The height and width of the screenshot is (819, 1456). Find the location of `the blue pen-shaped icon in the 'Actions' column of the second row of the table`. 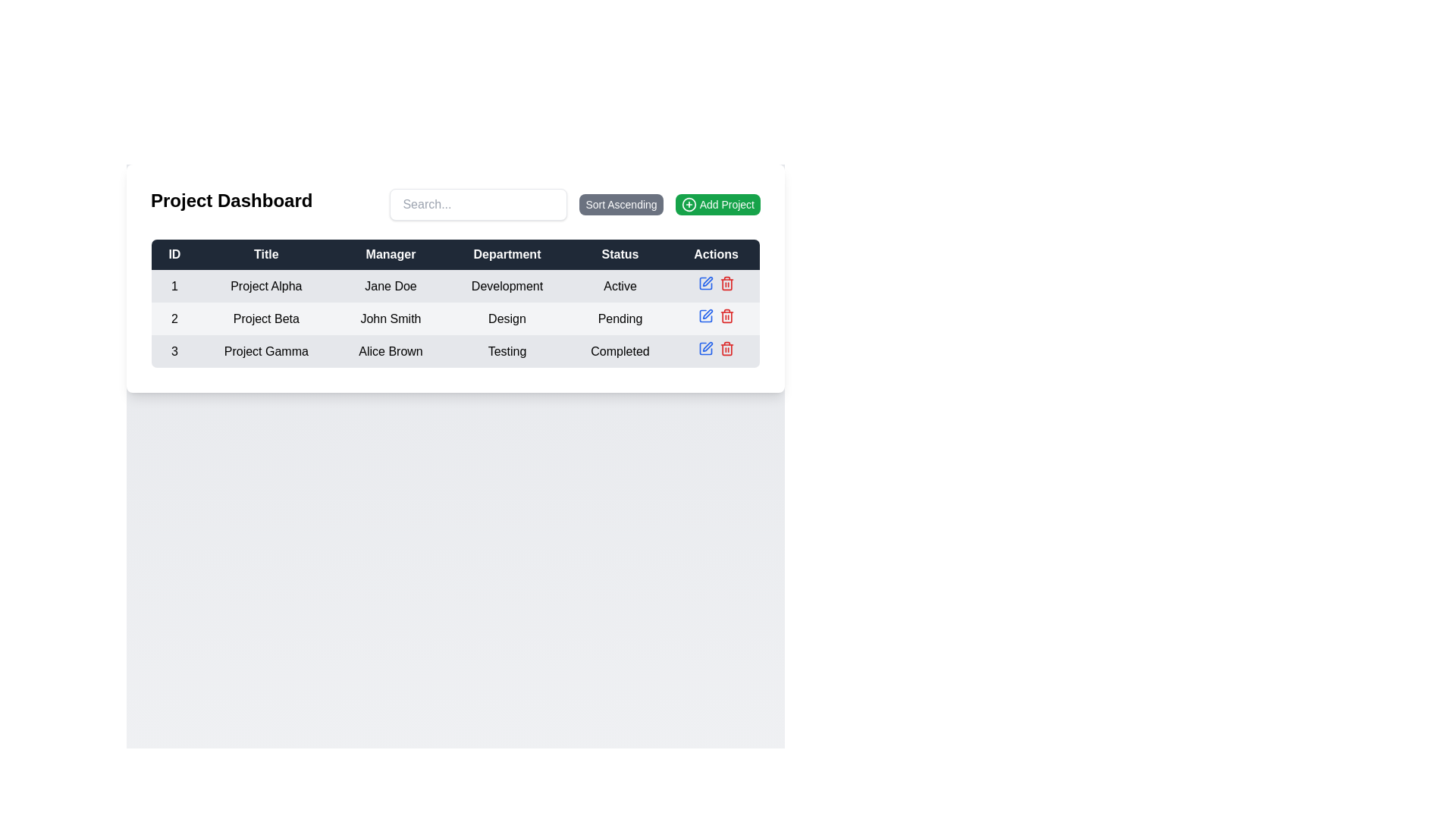

the blue pen-shaped icon in the 'Actions' column of the second row of the table is located at coordinates (704, 315).